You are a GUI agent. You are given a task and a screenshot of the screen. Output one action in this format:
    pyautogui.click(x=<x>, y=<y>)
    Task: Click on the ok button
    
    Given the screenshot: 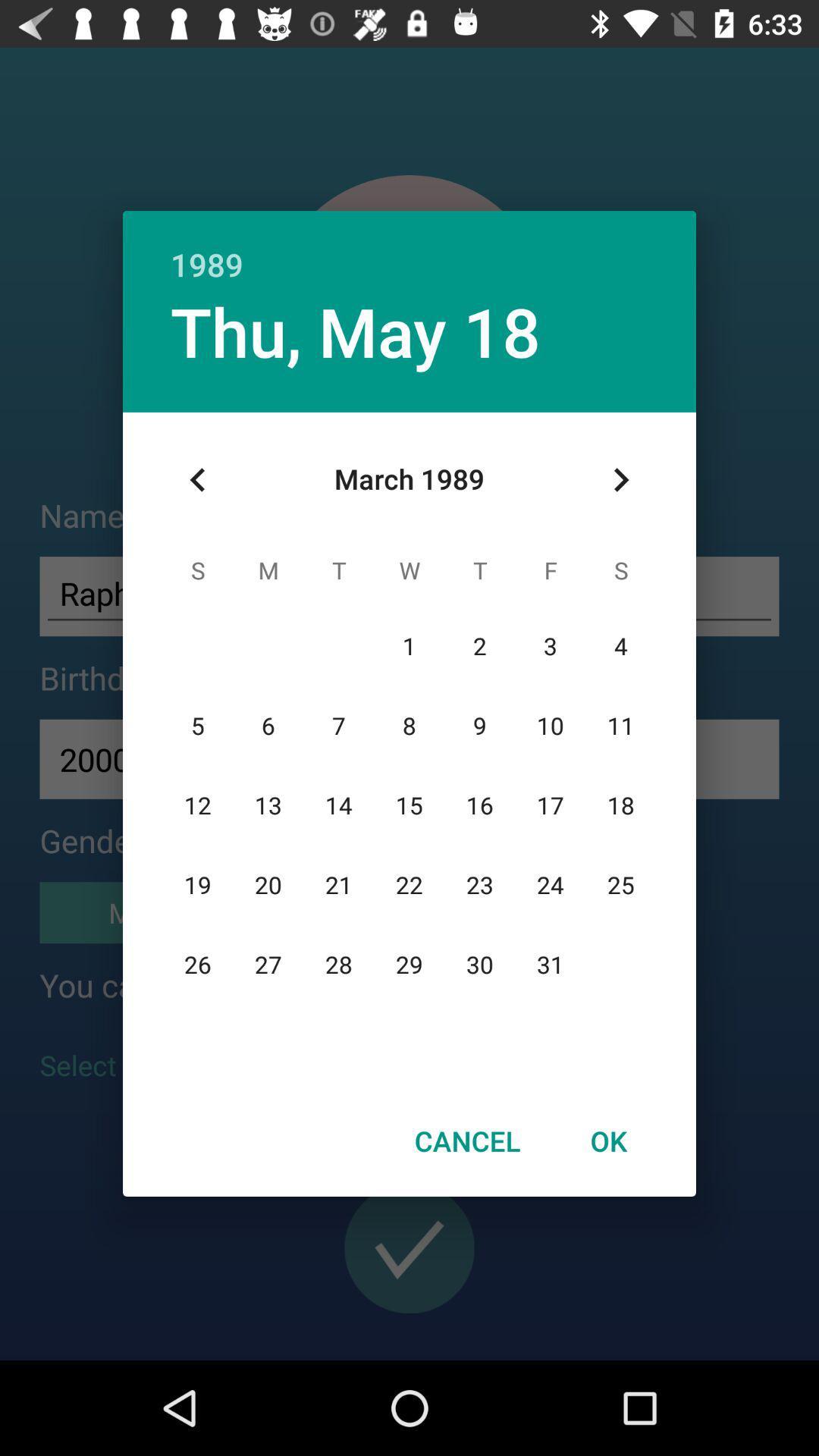 What is the action you would take?
    pyautogui.click(x=607, y=1141)
    